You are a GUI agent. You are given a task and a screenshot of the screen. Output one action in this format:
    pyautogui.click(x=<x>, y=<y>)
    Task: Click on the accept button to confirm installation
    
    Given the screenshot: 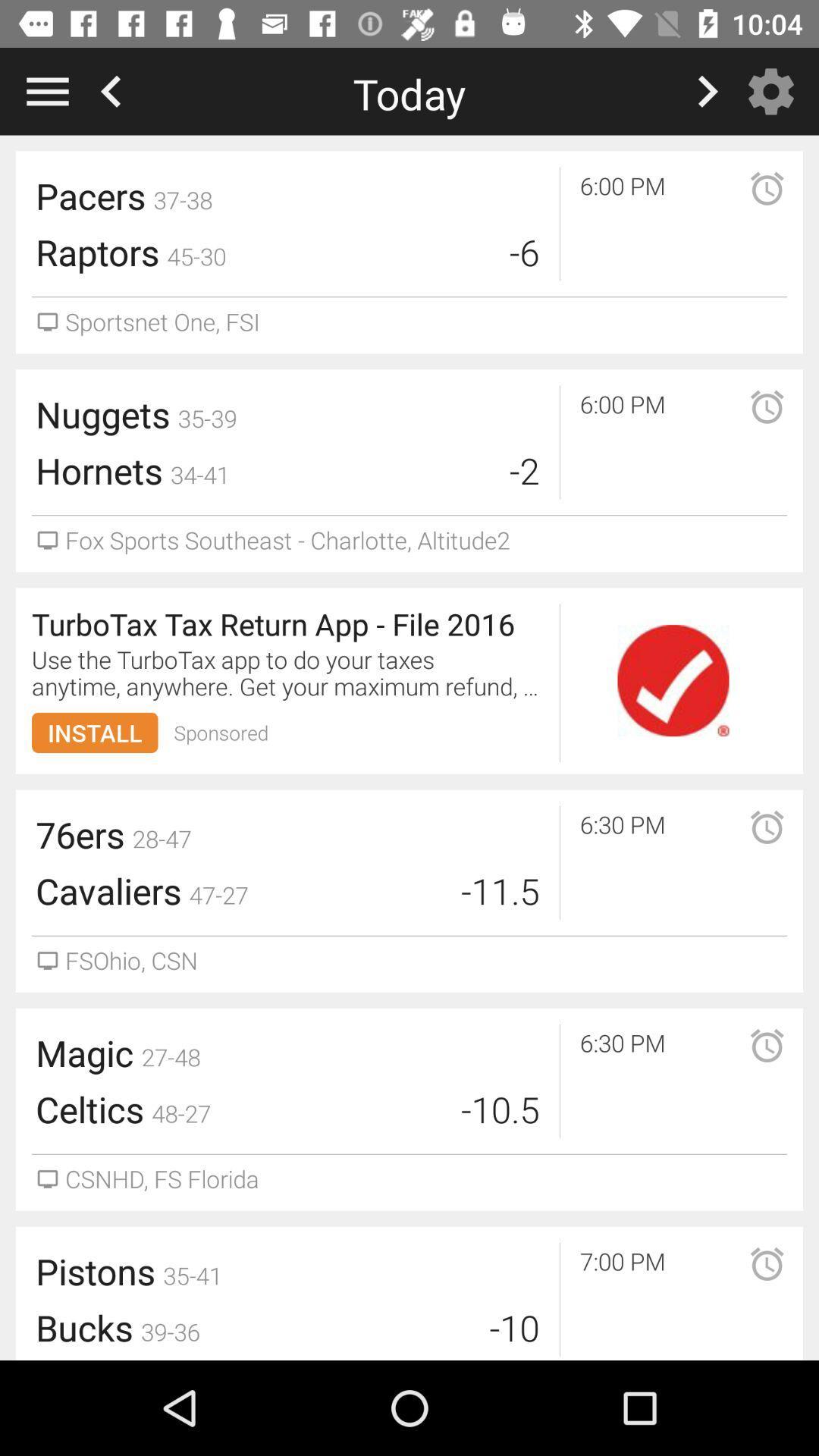 What is the action you would take?
    pyautogui.click(x=672, y=679)
    